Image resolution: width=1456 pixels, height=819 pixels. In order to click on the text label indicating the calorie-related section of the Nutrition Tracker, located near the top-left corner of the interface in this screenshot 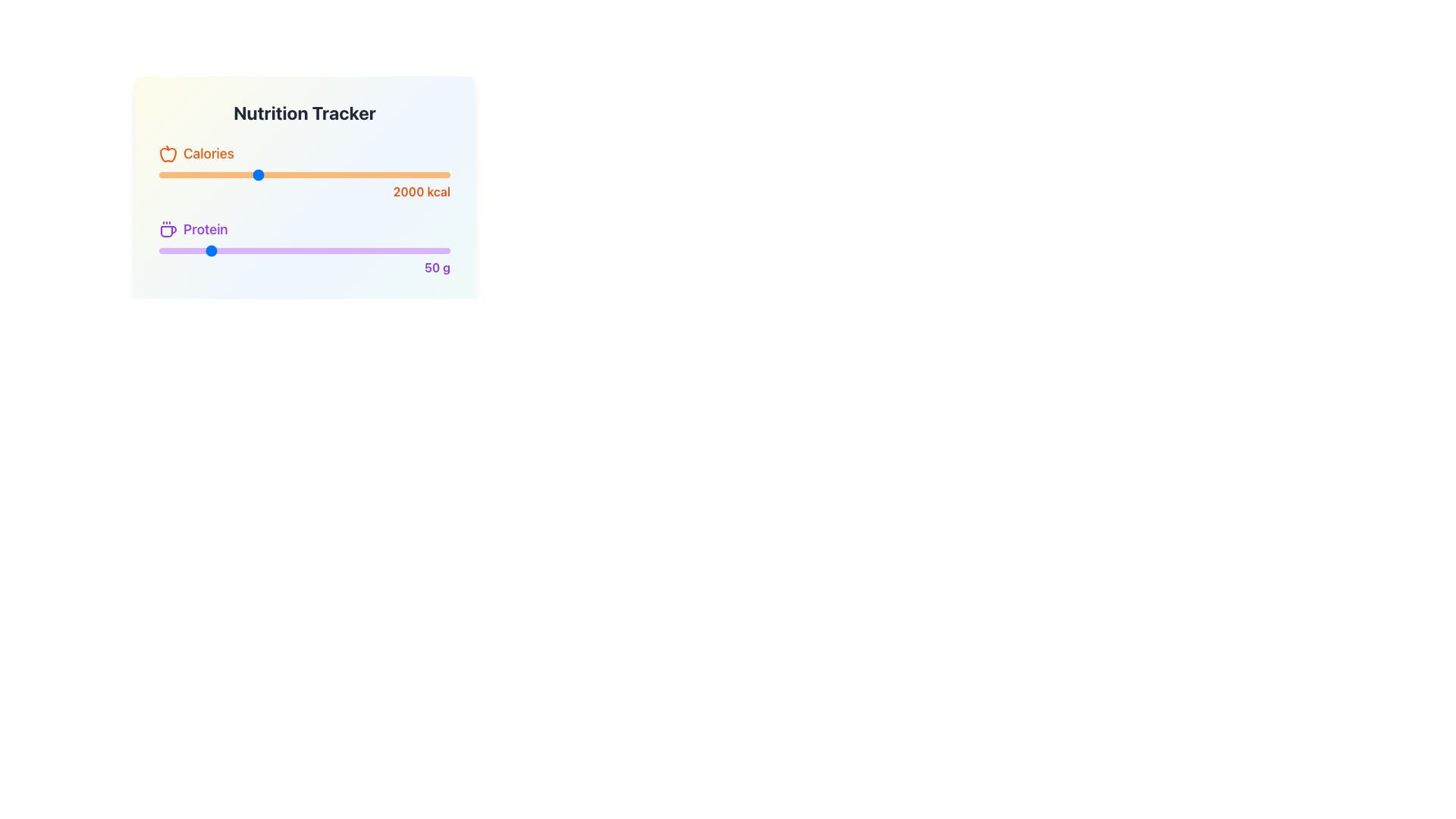, I will do `click(208, 154)`.